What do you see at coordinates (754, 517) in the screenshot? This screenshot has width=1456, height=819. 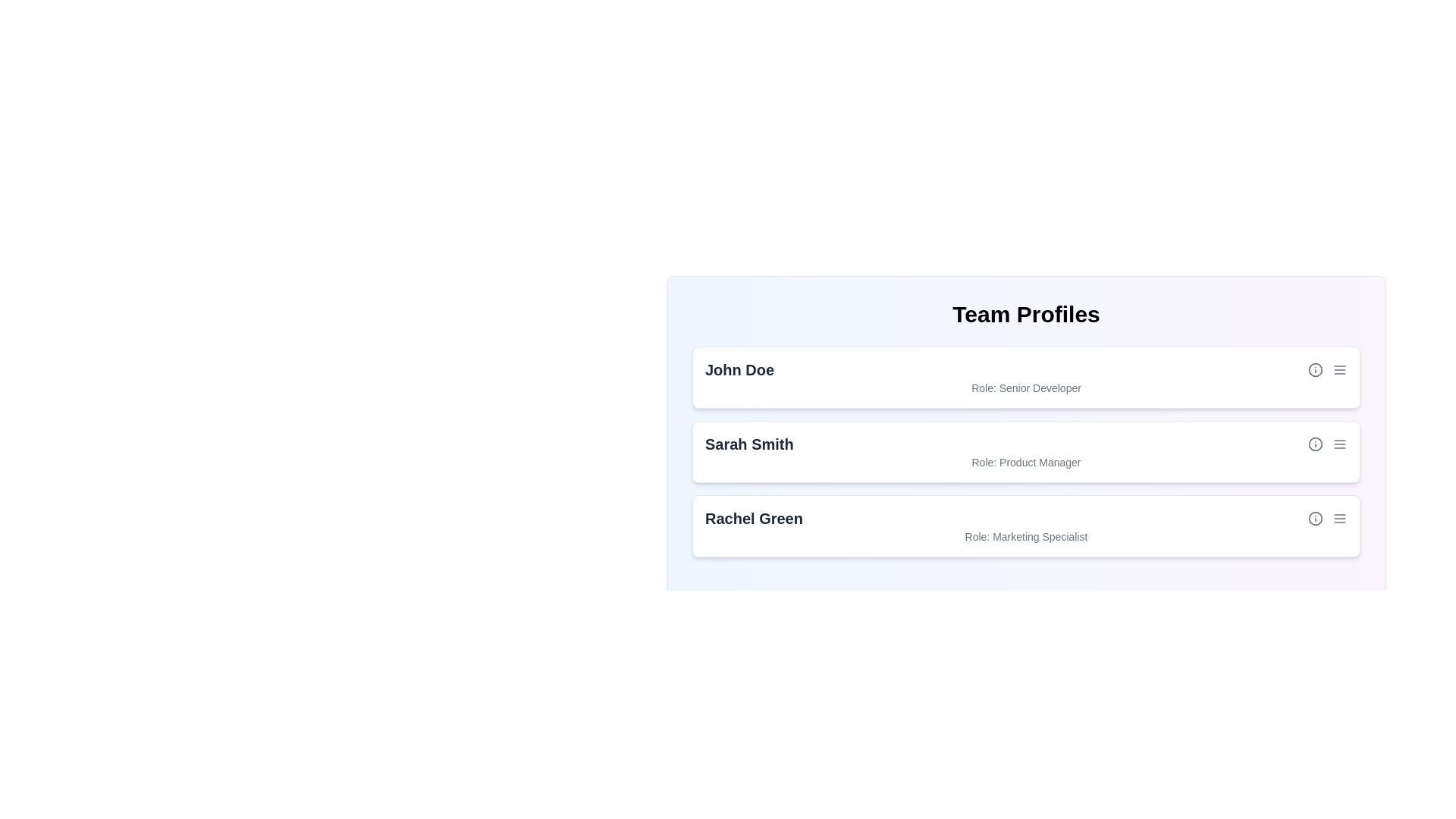 I see `text label identifying the team member 'Rachel Green' located in the 'Team Profiles' section, specifically the third profile title aligned to the left` at bounding box center [754, 517].